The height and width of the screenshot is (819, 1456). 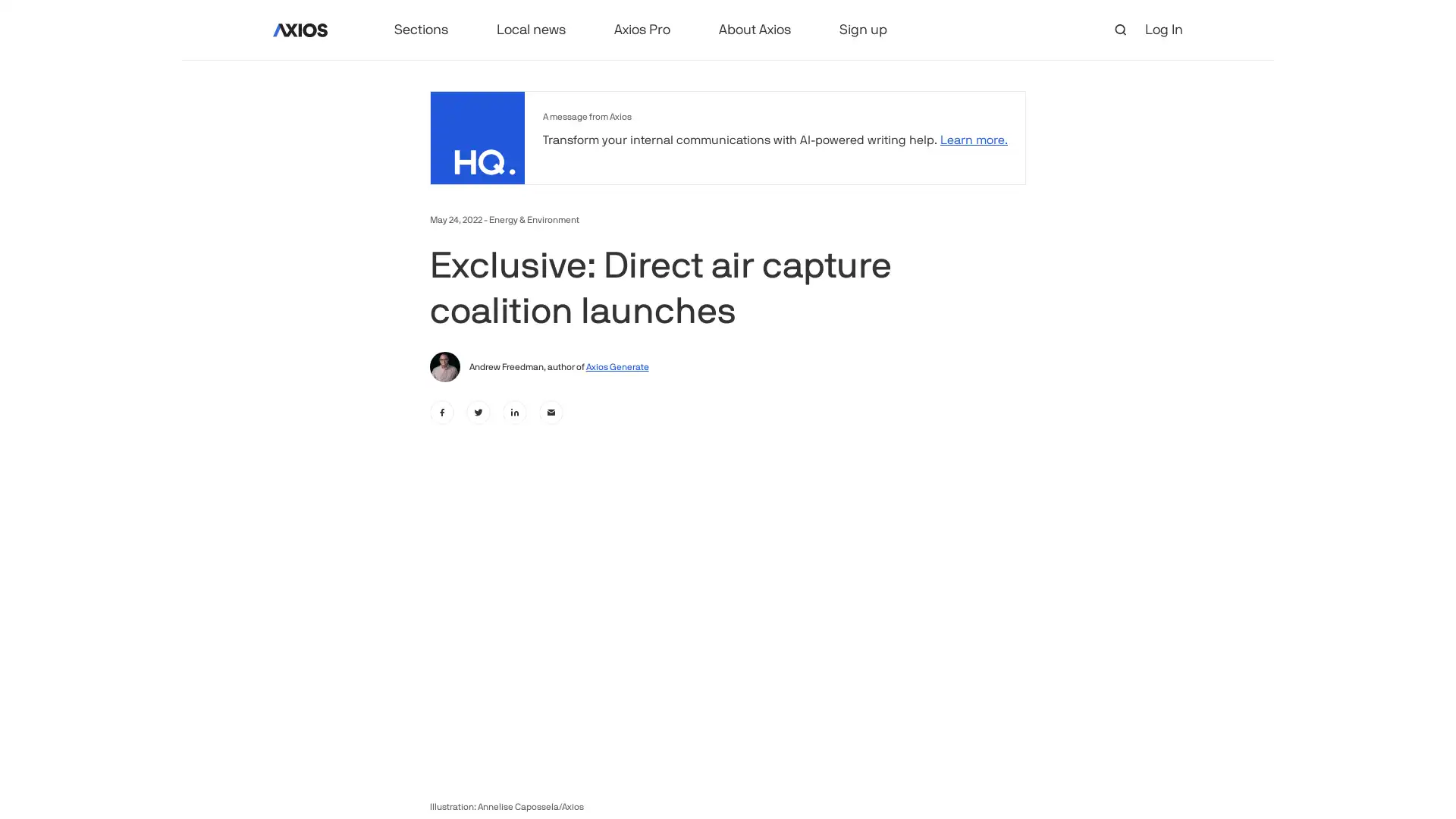 What do you see at coordinates (476, 412) in the screenshot?
I see `twitter` at bounding box center [476, 412].